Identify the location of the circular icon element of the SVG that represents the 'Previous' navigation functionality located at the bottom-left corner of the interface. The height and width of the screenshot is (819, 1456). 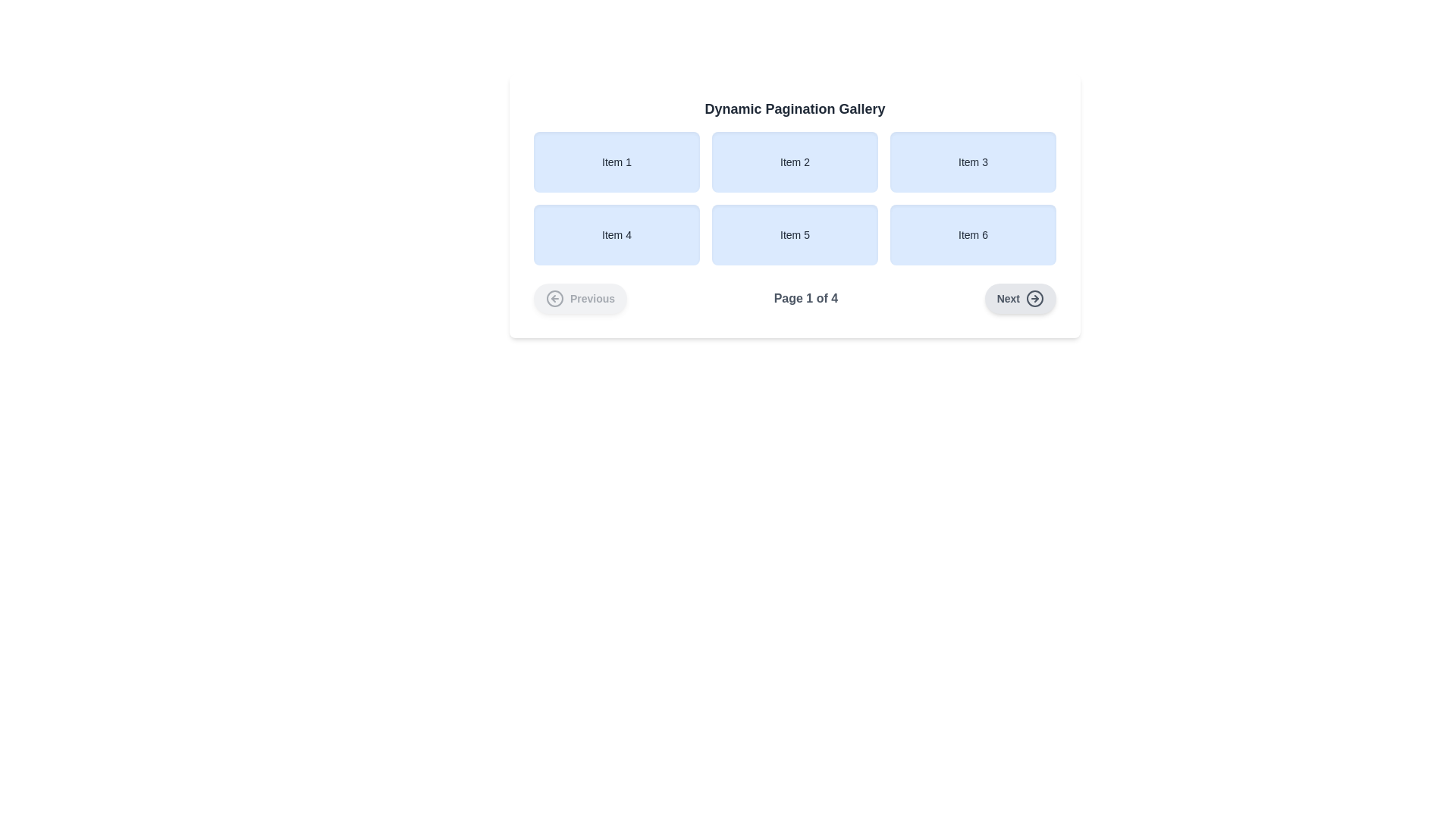
(554, 298).